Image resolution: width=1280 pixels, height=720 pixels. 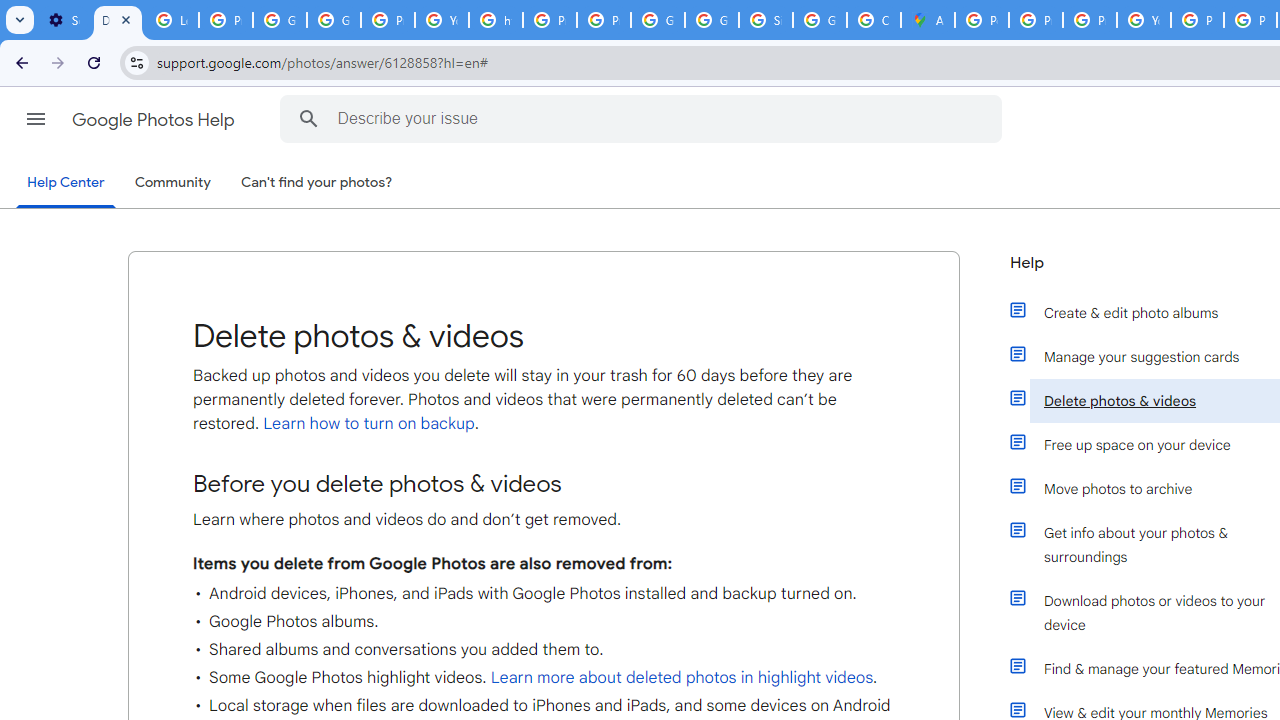 What do you see at coordinates (366, 423) in the screenshot?
I see `' Learn how to turn on backup'` at bounding box center [366, 423].